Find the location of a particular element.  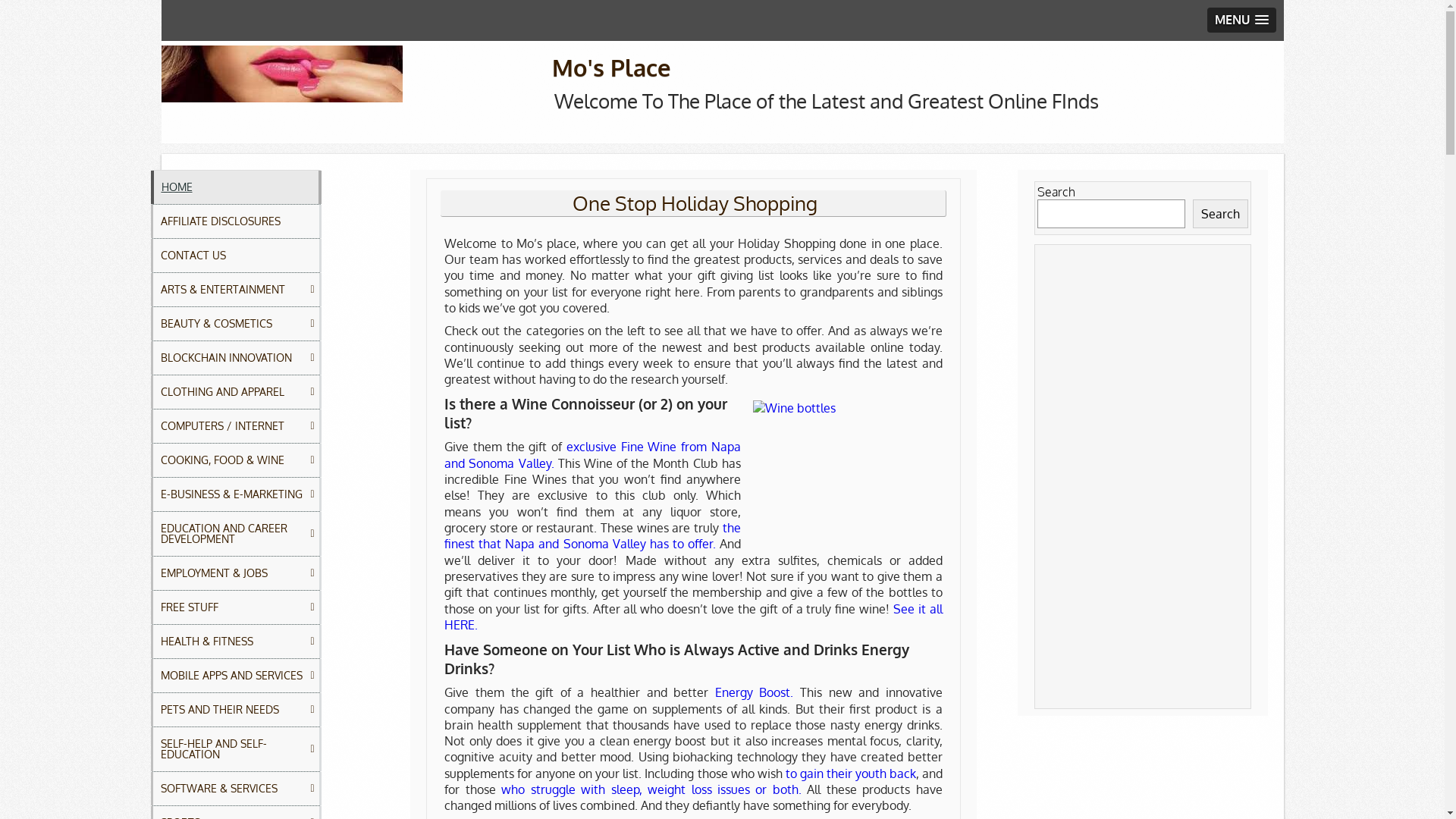

'the finest that Napa and Sonoma Valley has to offer.' is located at coordinates (591, 535).